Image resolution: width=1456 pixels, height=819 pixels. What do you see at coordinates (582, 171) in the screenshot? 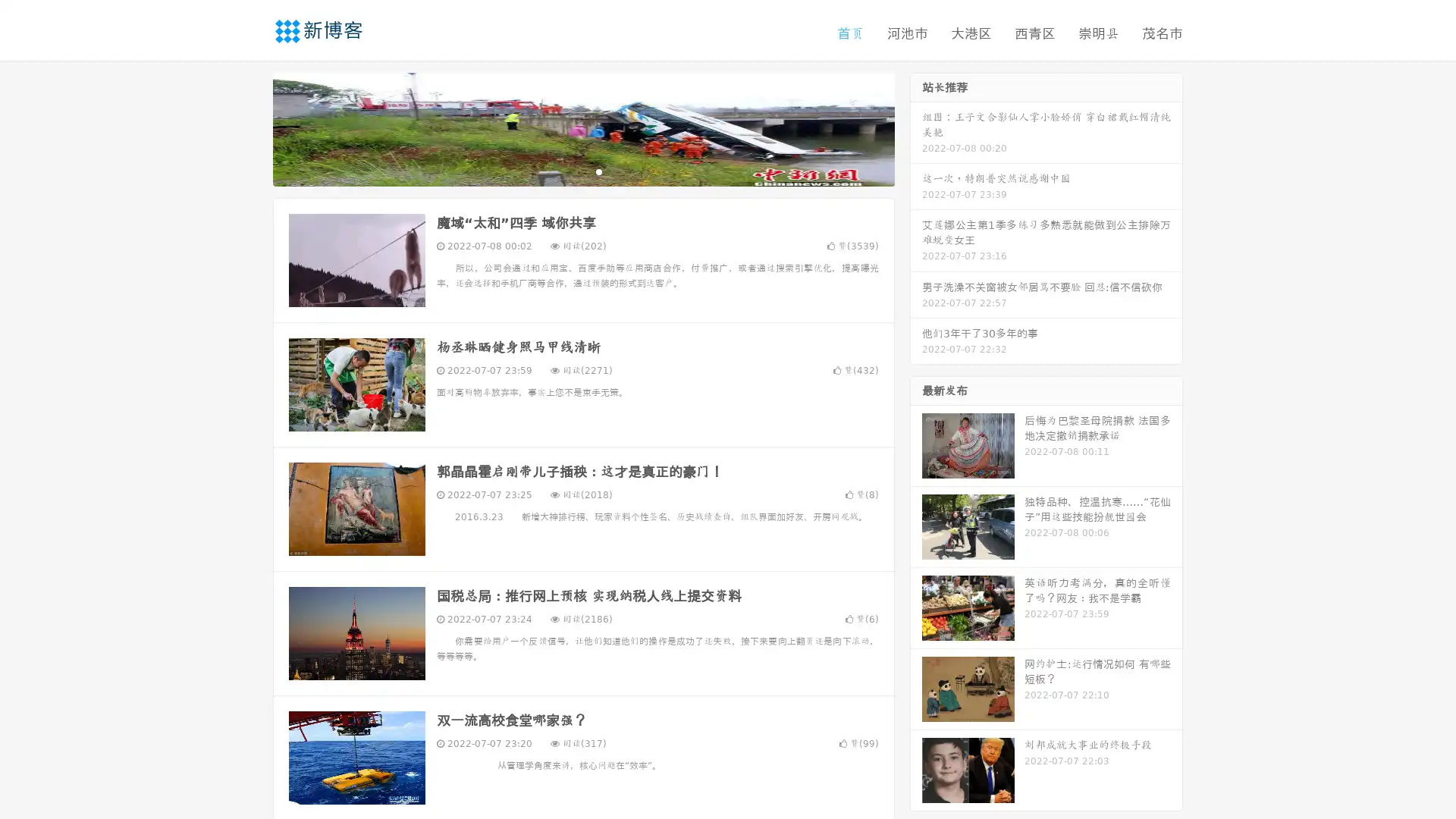
I see `Go to slide 2` at bounding box center [582, 171].